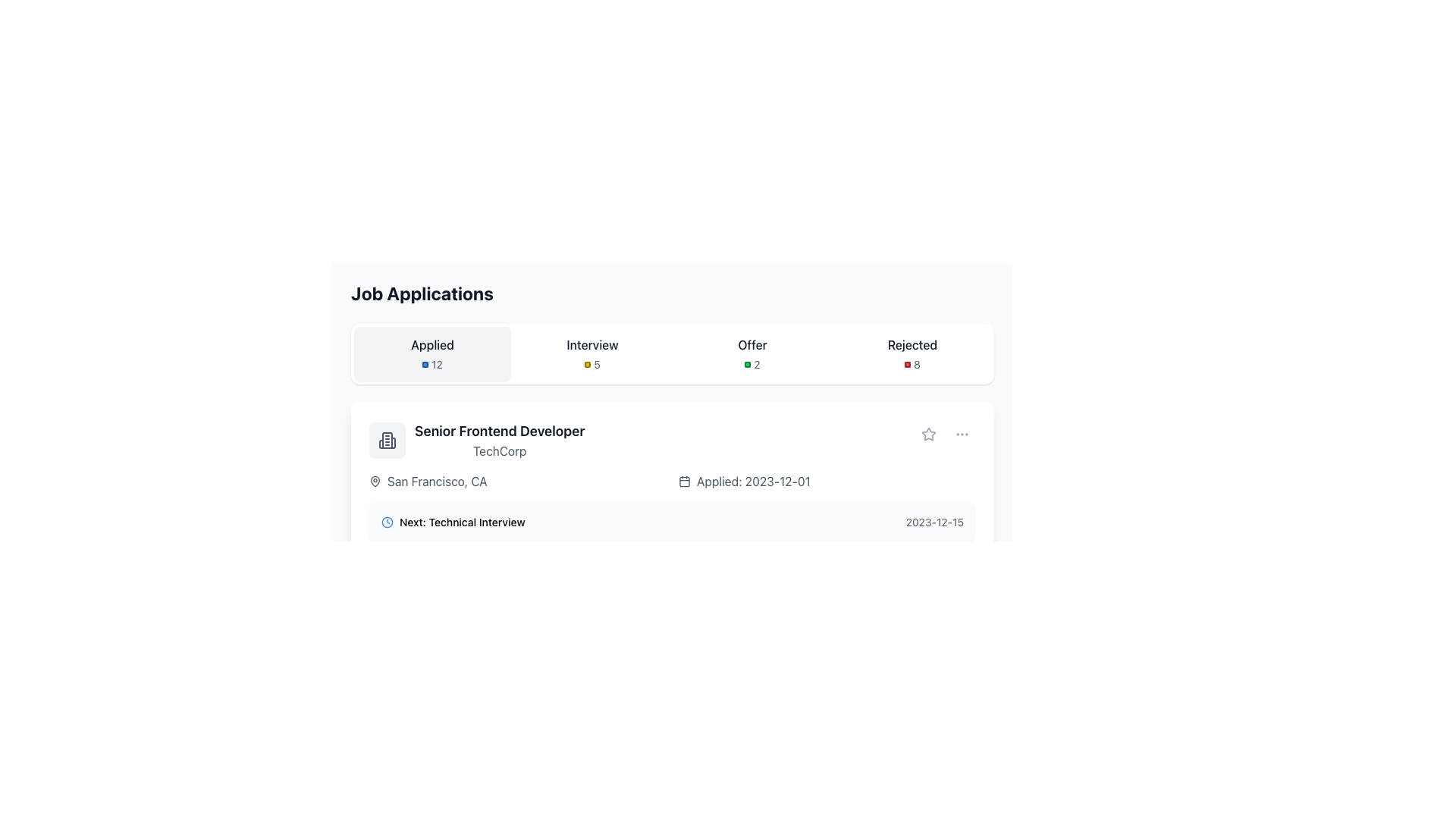 The image size is (1456, 819). Describe the element at coordinates (752, 365) in the screenshot. I see `the Display indicator for job offers, which is marked by a green indicator and located under the 'Offer' column in the job applications summary` at that location.